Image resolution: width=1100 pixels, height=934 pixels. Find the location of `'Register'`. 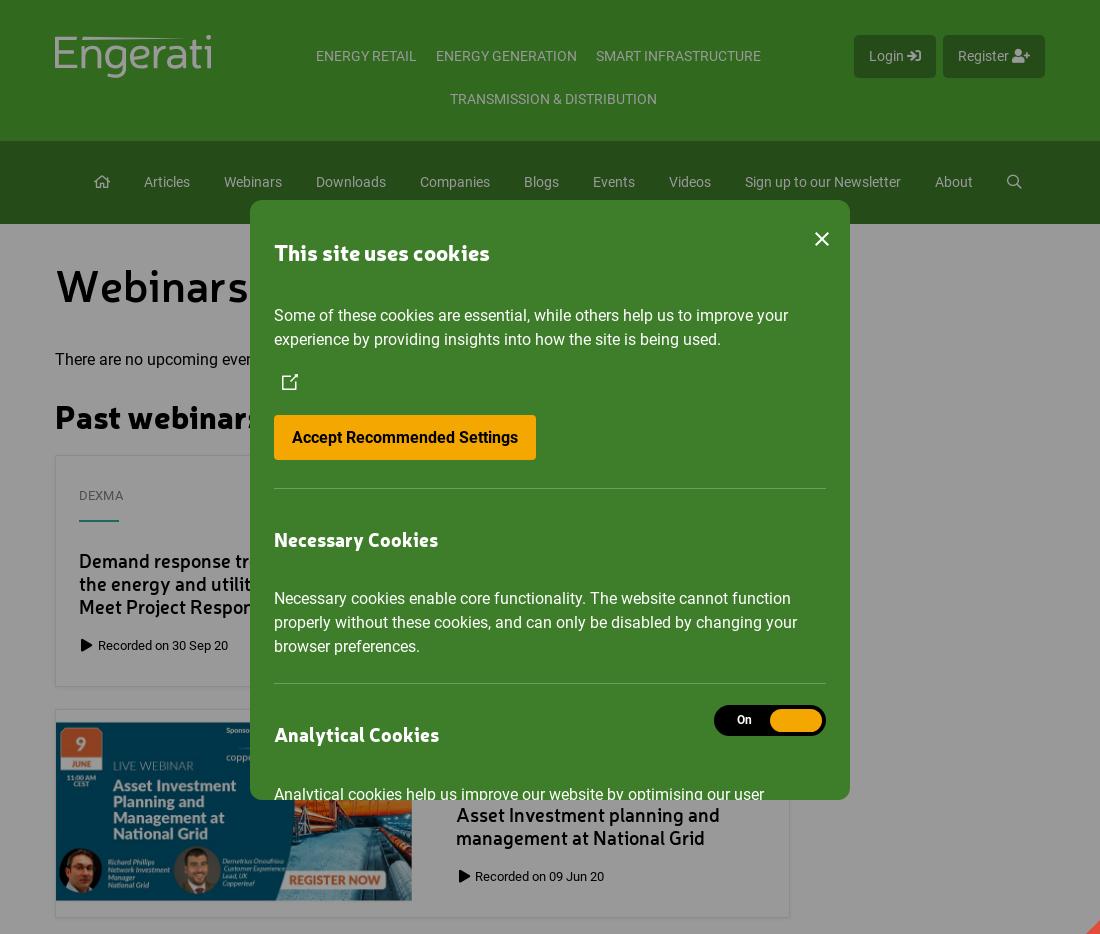

'Register' is located at coordinates (984, 56).